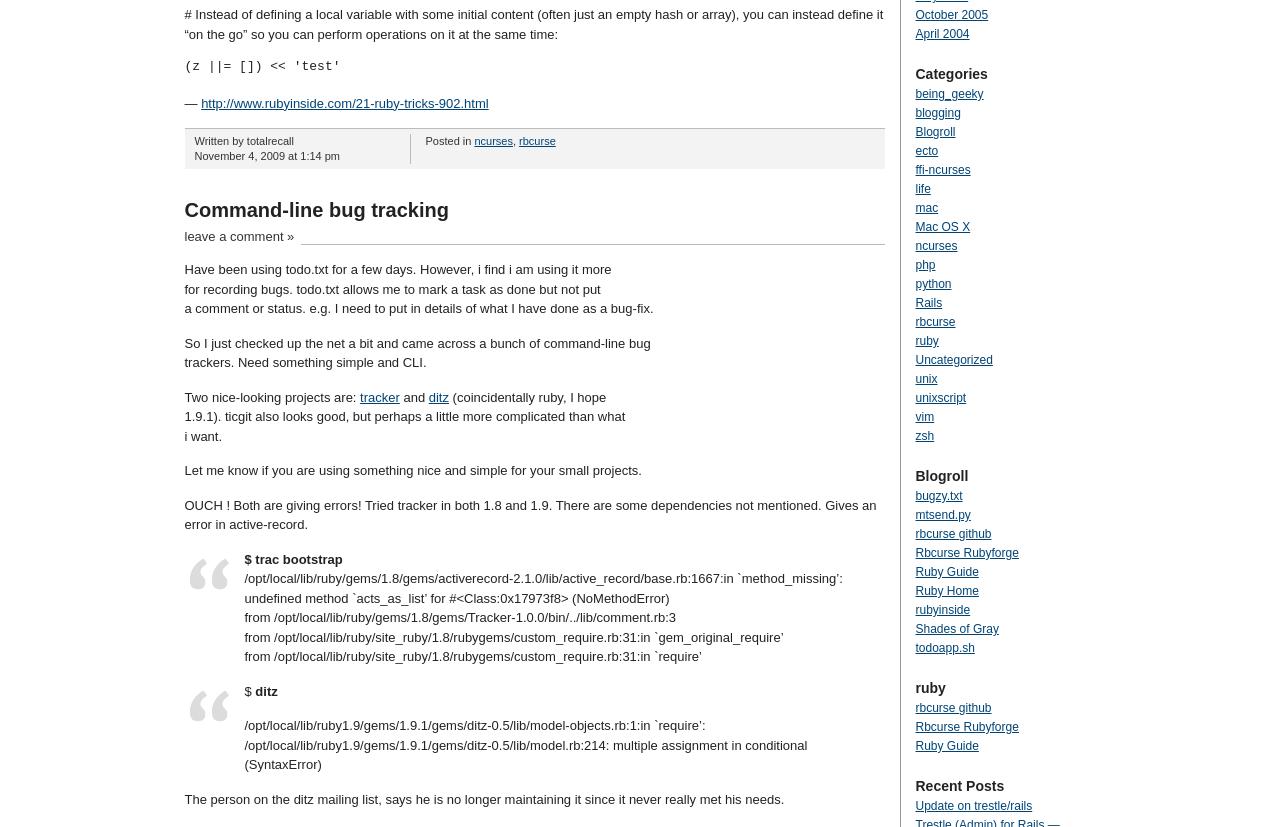 The width and height of the screenshot is (1280, 827). What do you see at coordinates (242, 557) in the screenshot?
I see `'$ trac bootstrap'` at bounding box center [242, 557].